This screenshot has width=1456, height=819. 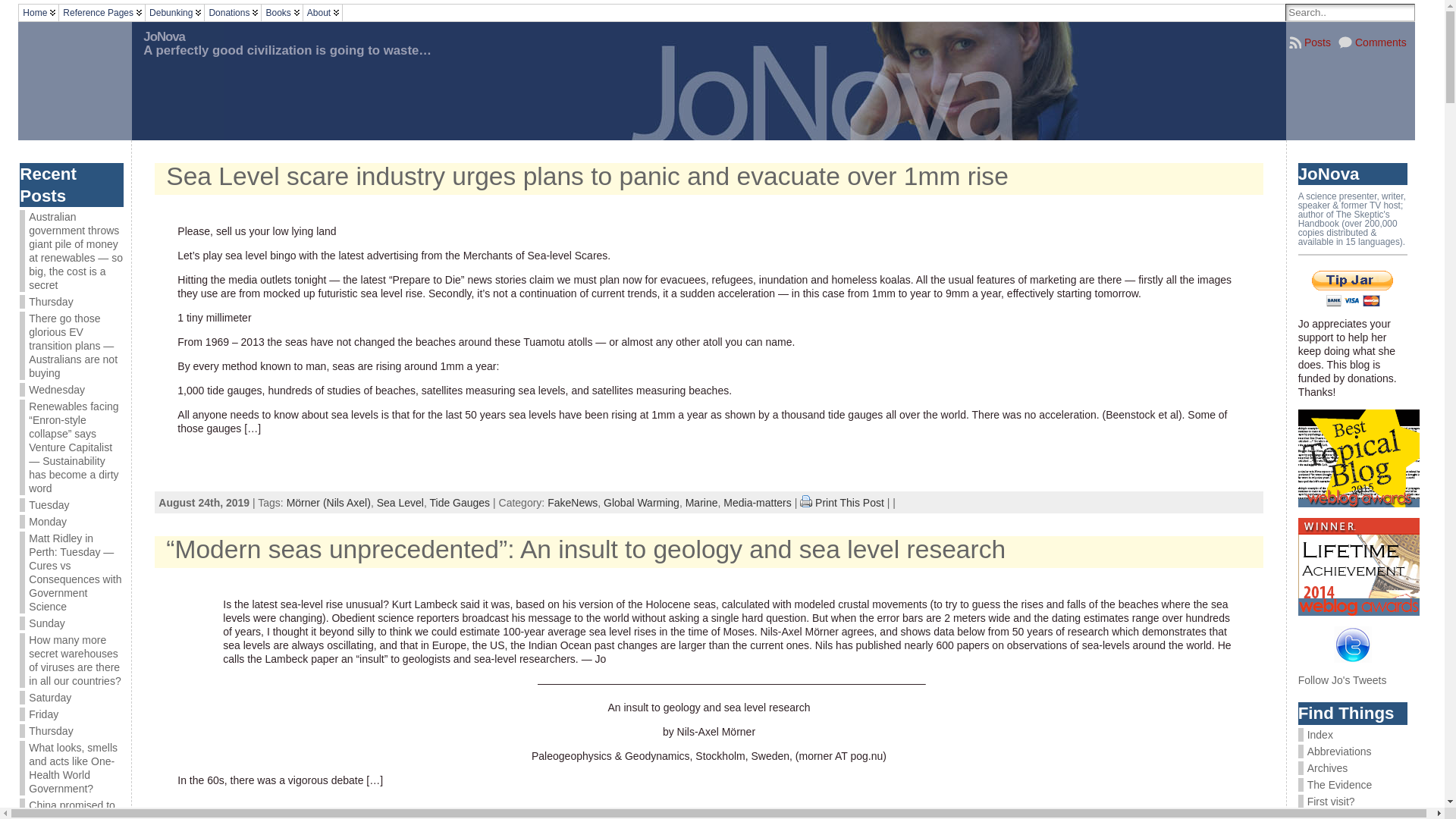 What do you see at coordinates (723, 503) in the screenshot?
I see `'Media-matters'` at bounding box center [723, 503].